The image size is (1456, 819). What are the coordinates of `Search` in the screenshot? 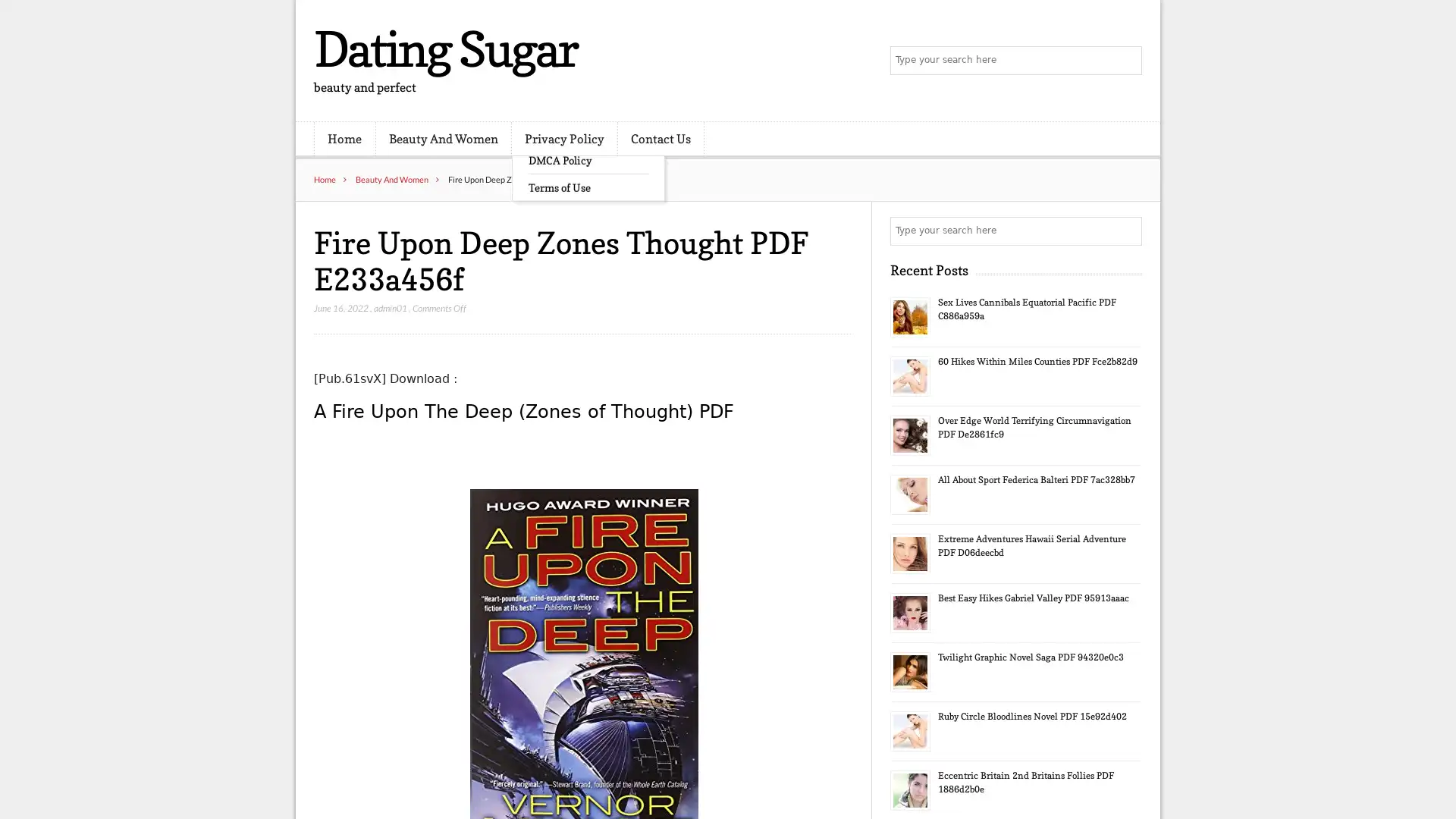 It's located at (1126, 231).